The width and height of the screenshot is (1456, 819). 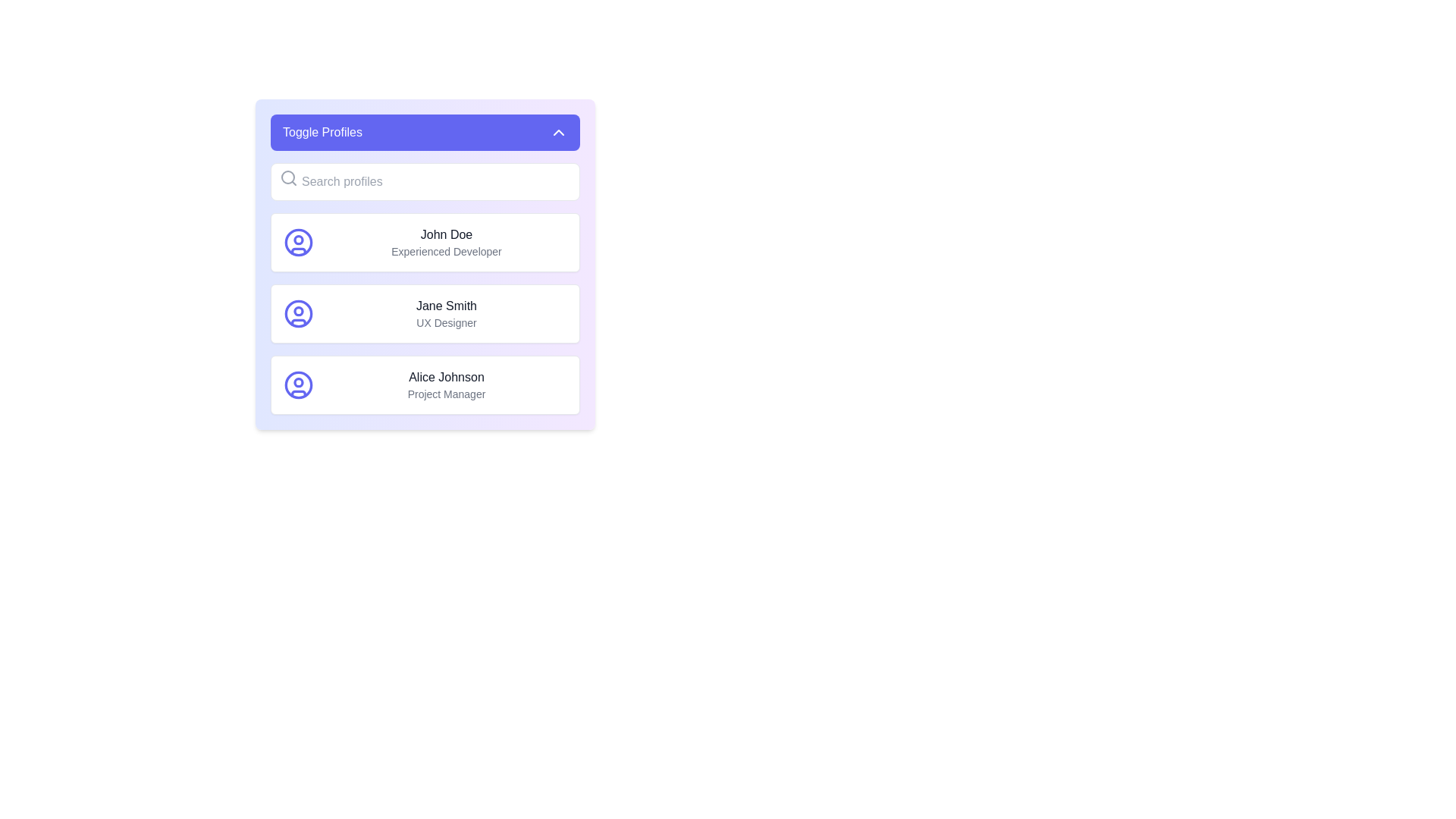 What do you see at coordinates (298, 384) in the screenshot?
I see `the circular icon representing user 'Alice Johnson' in the third row of the profile list` at bounding box center [298, 384].